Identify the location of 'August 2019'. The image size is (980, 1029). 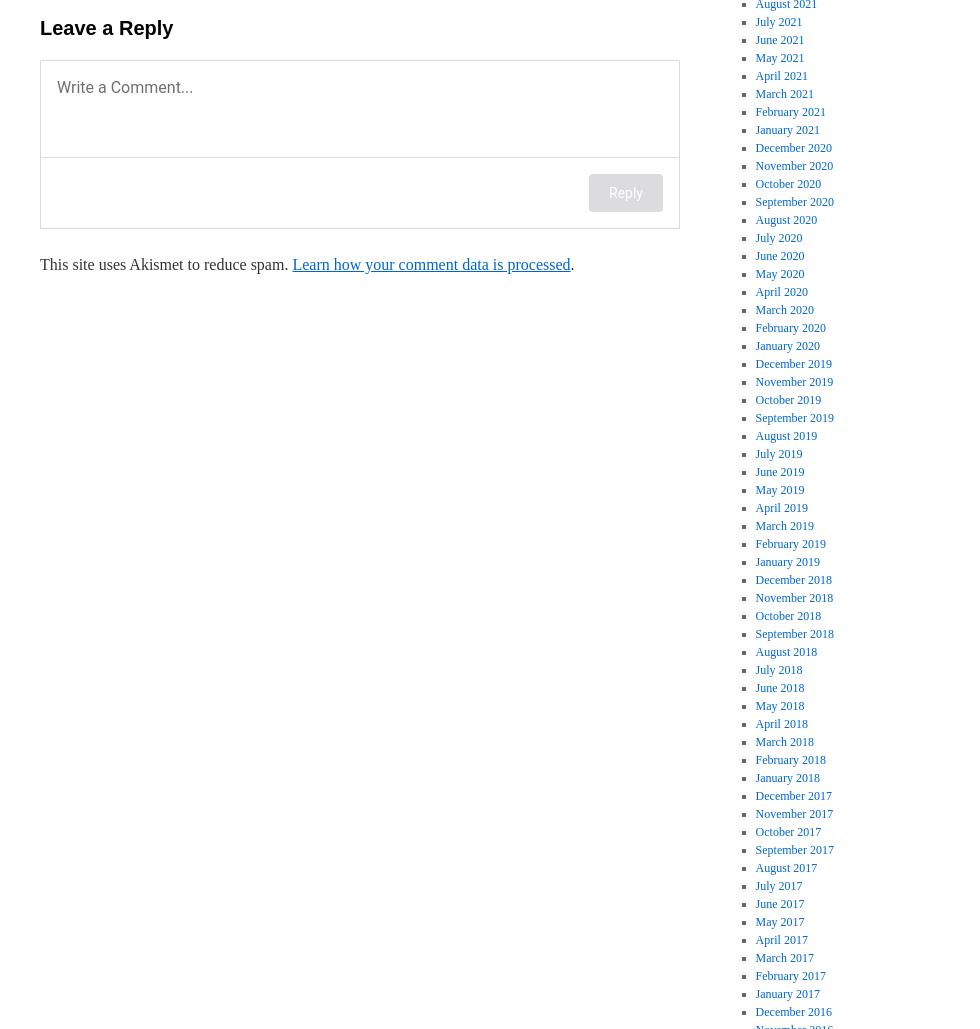
(785, 434).